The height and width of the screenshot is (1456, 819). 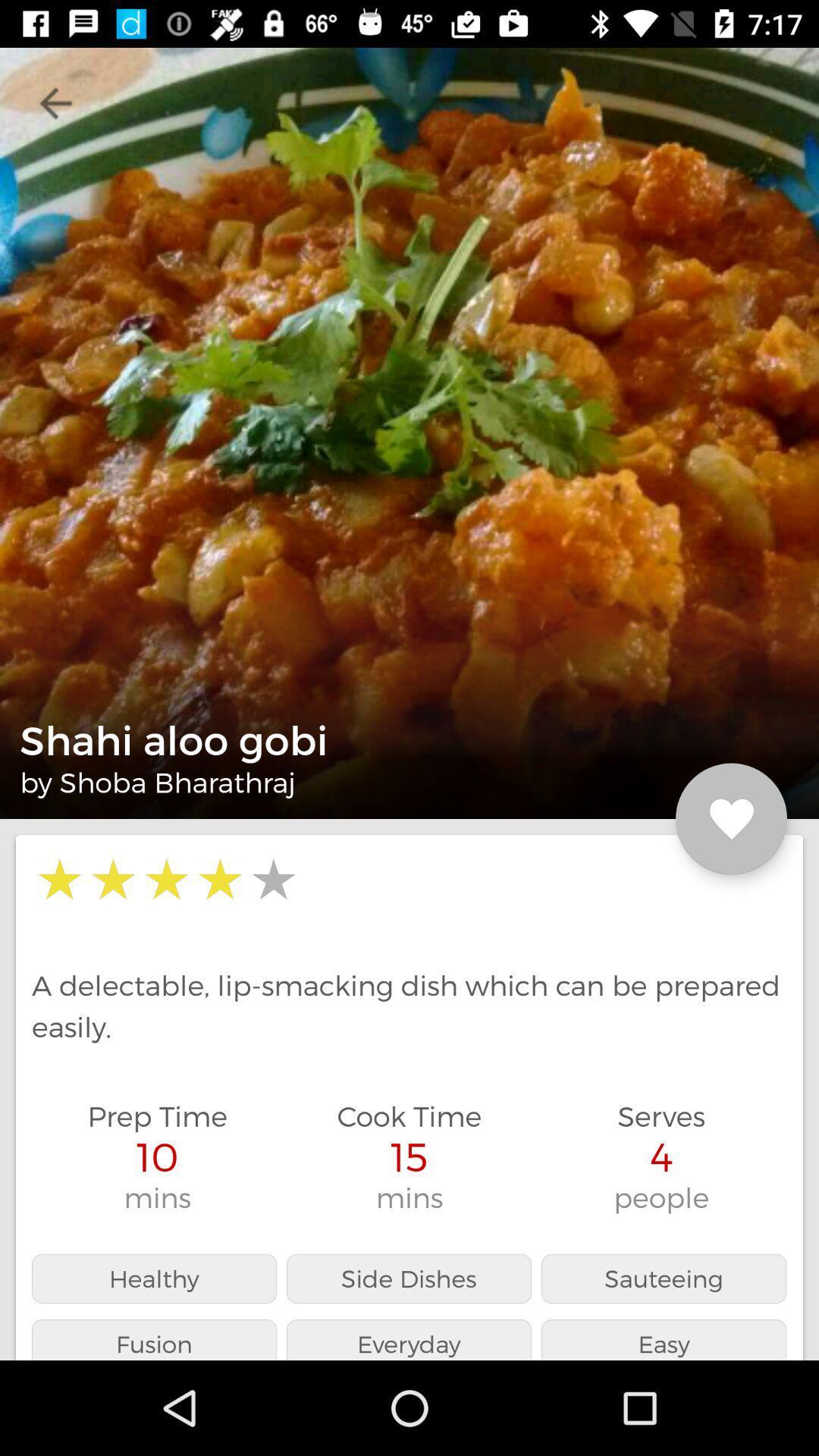 What do you see at coordinates (730, 818) in the screenshot?
I see `the favorite icon` at bounding box center [730, 818].